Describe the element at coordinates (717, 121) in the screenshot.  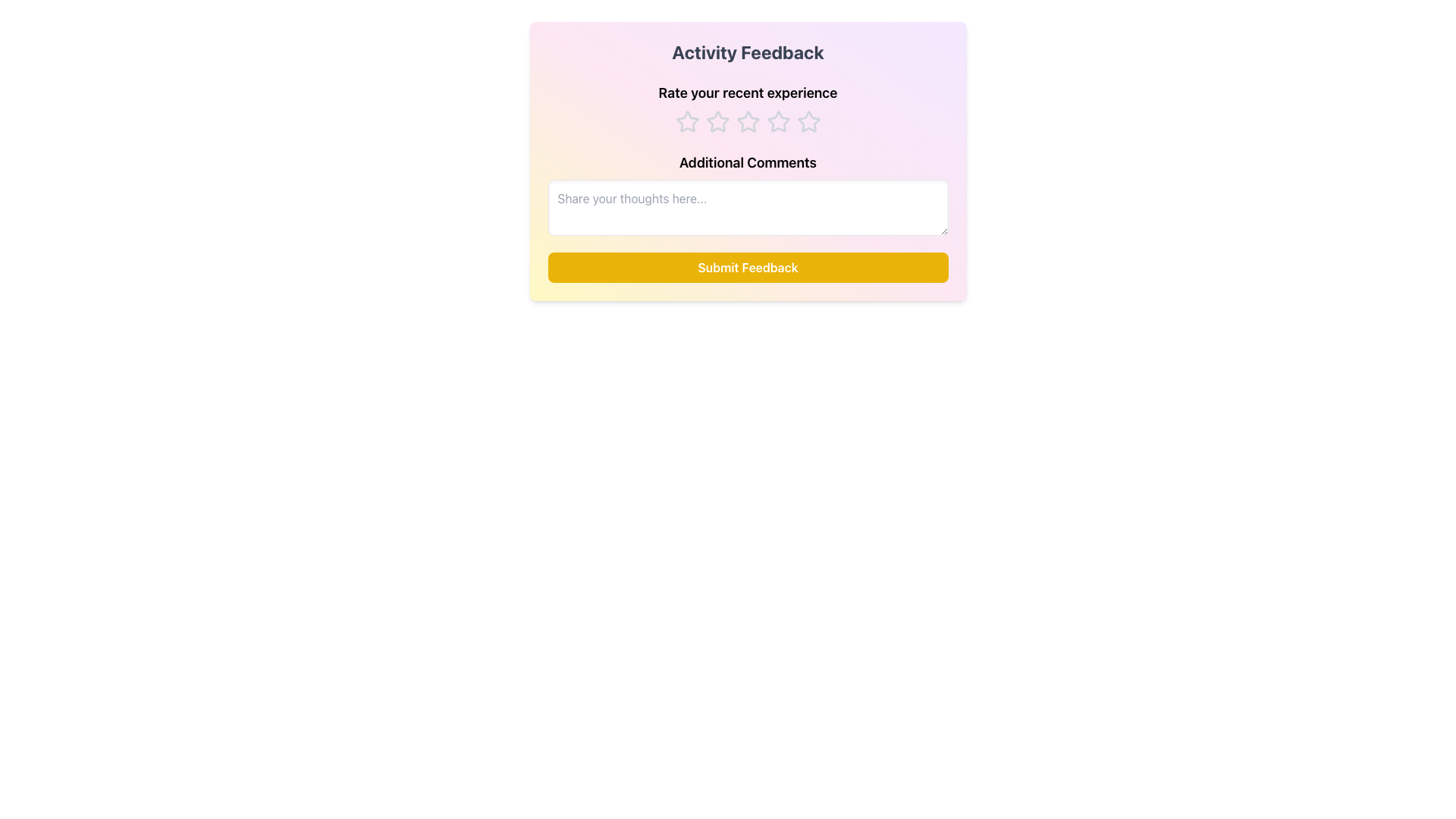
I see `the third star` at that location.